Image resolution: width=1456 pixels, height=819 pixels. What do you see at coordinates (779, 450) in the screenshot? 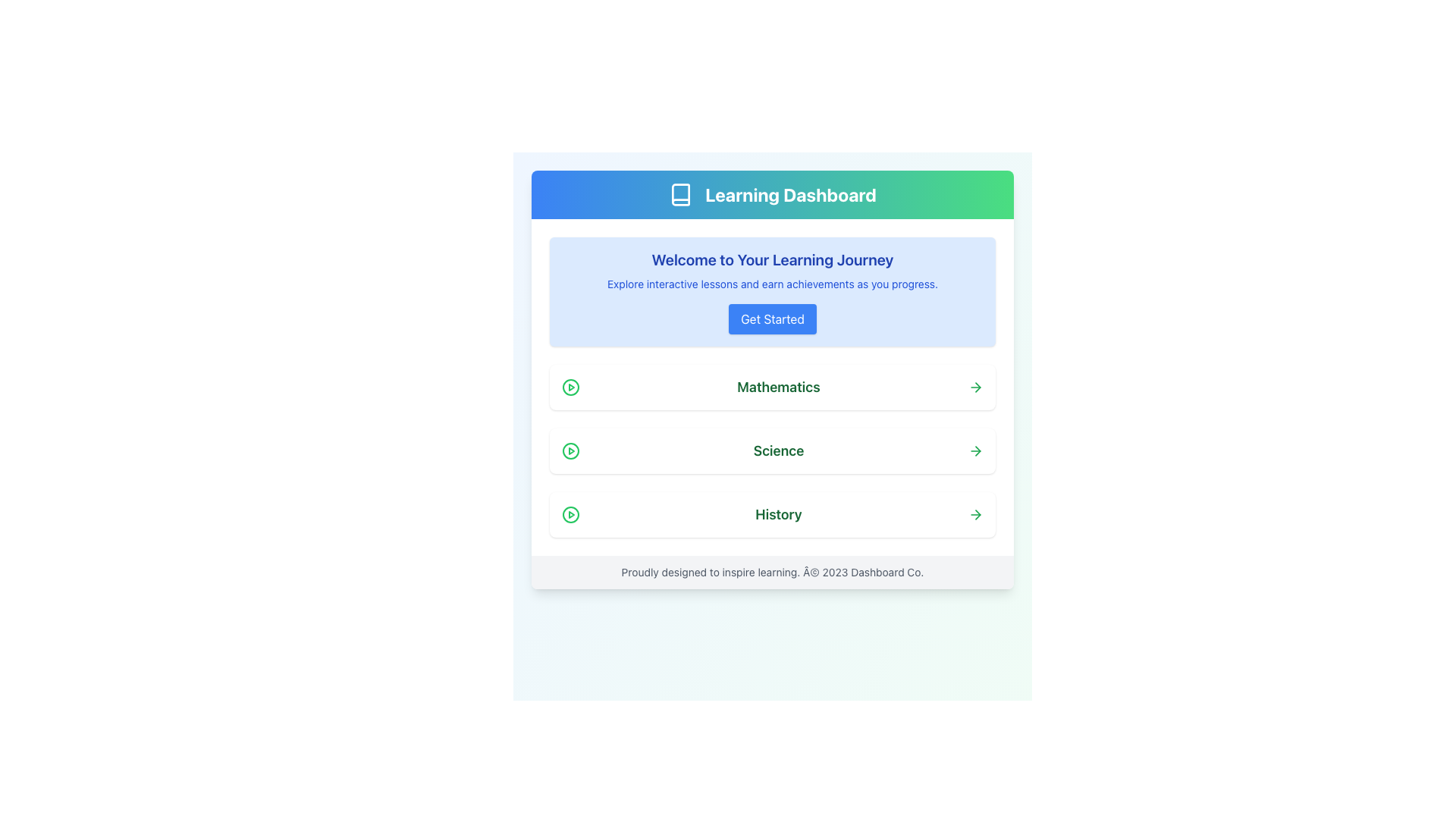
I see `the 'Science' text label in the learning dashboard to assist users in navigating to related content` at bounding box center [779, 450].